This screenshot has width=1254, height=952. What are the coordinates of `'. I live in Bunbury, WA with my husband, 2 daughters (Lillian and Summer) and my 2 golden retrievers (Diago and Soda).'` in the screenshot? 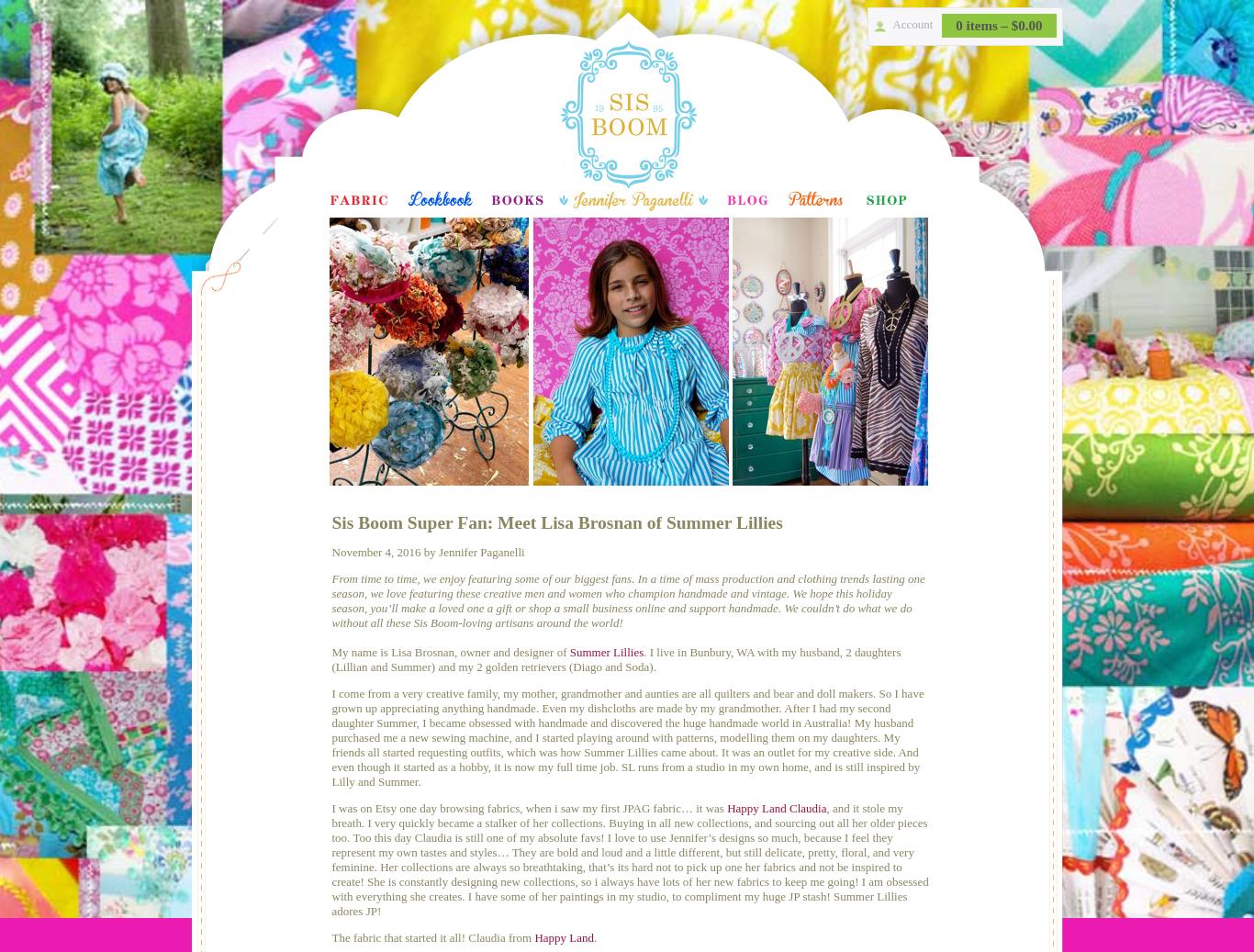 It's located at (330, 659).